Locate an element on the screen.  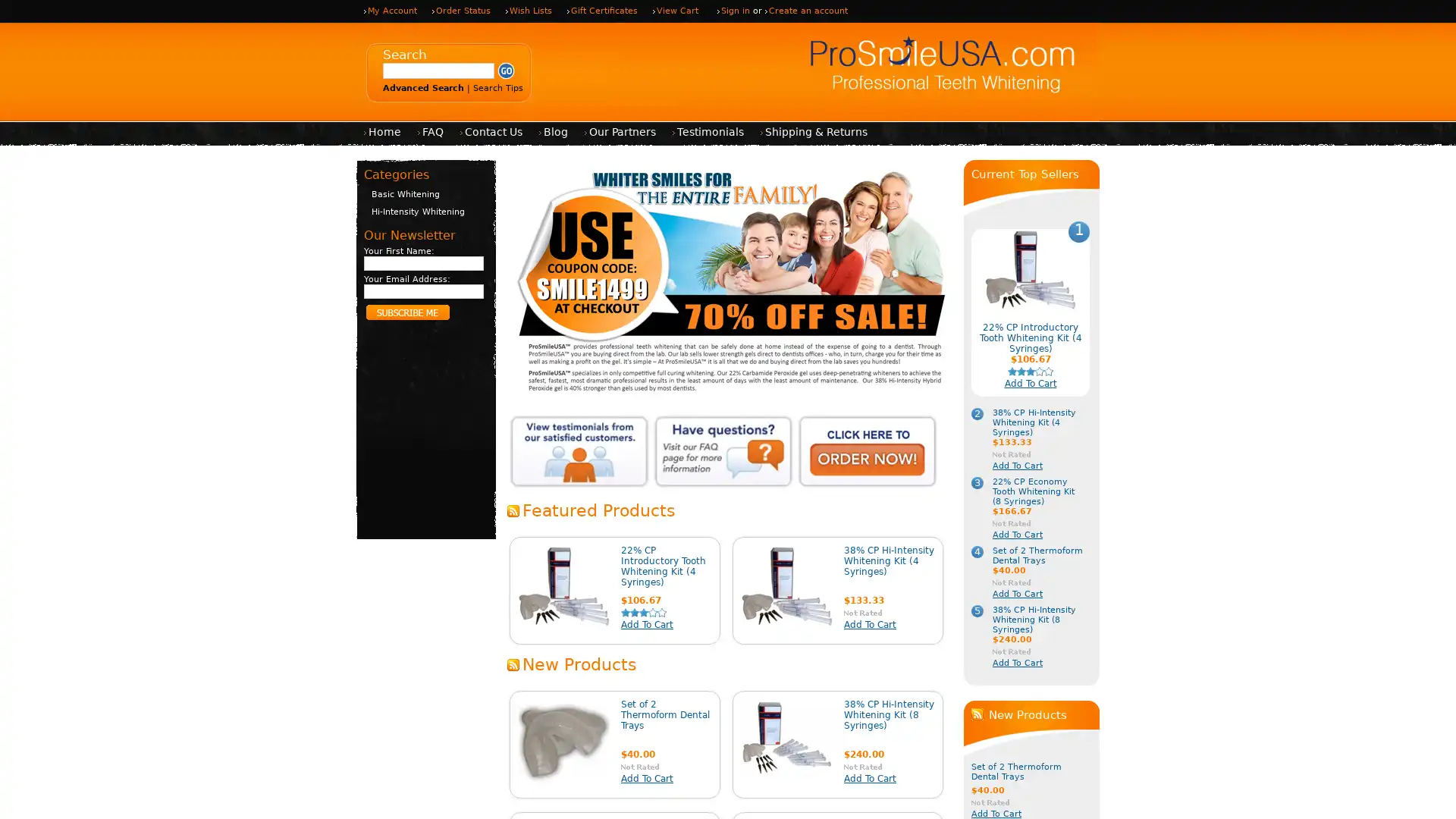
Submit is located at coordinates (506, 71).